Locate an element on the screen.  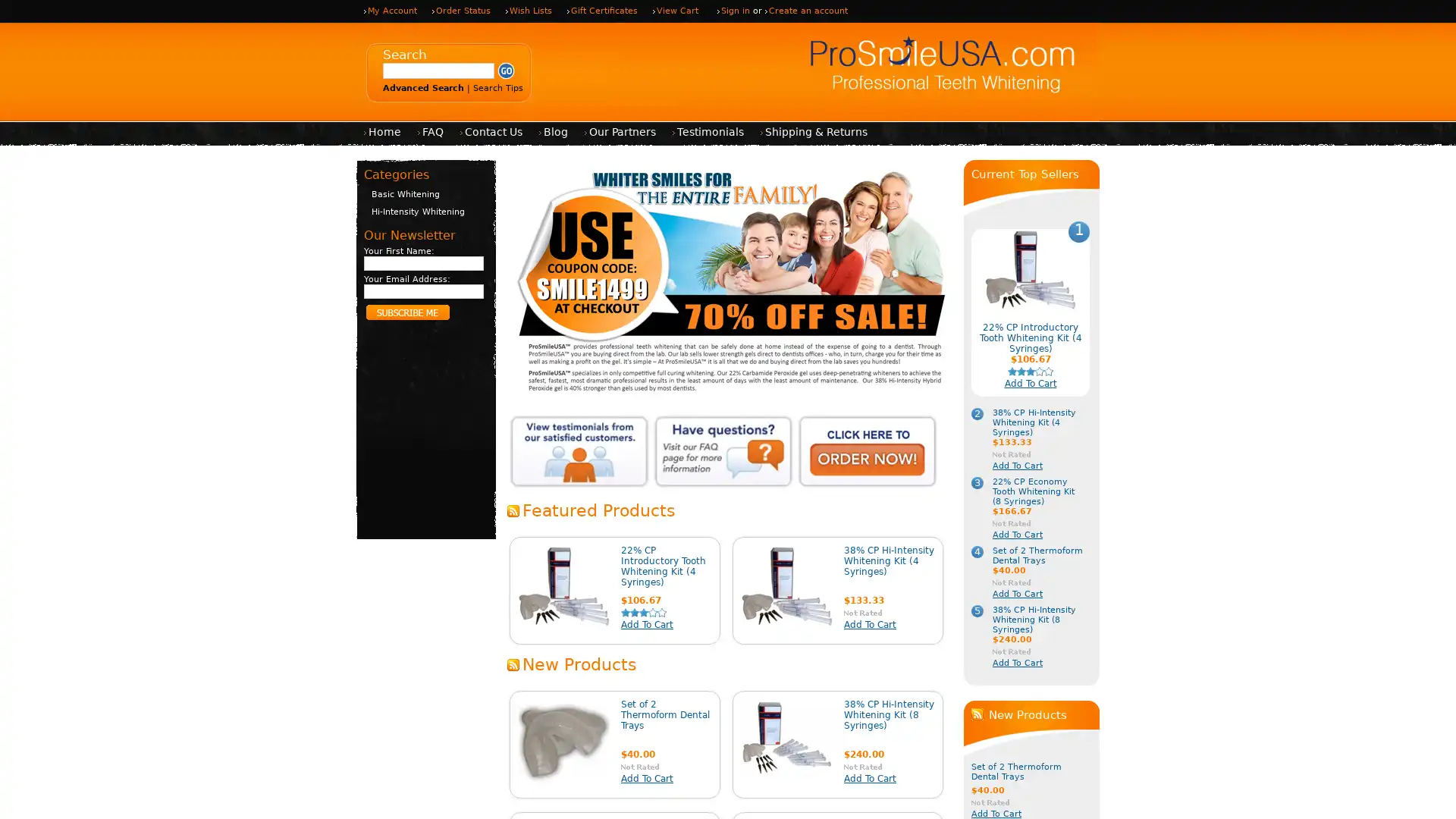
Submit is located at coordinates (506, 71).